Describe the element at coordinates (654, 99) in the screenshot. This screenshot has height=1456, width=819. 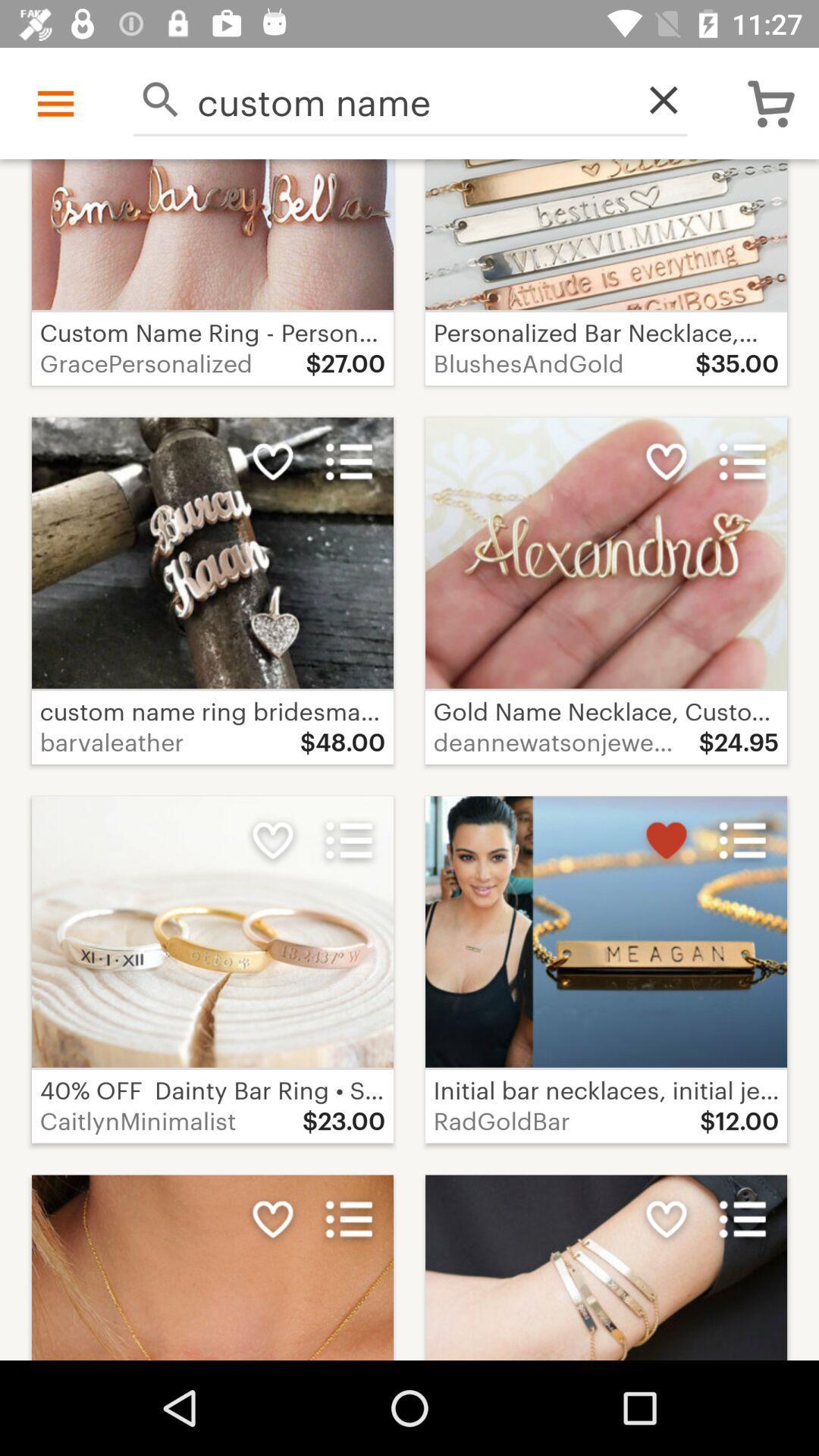
I see `icon next to the custom name icon` at that location.